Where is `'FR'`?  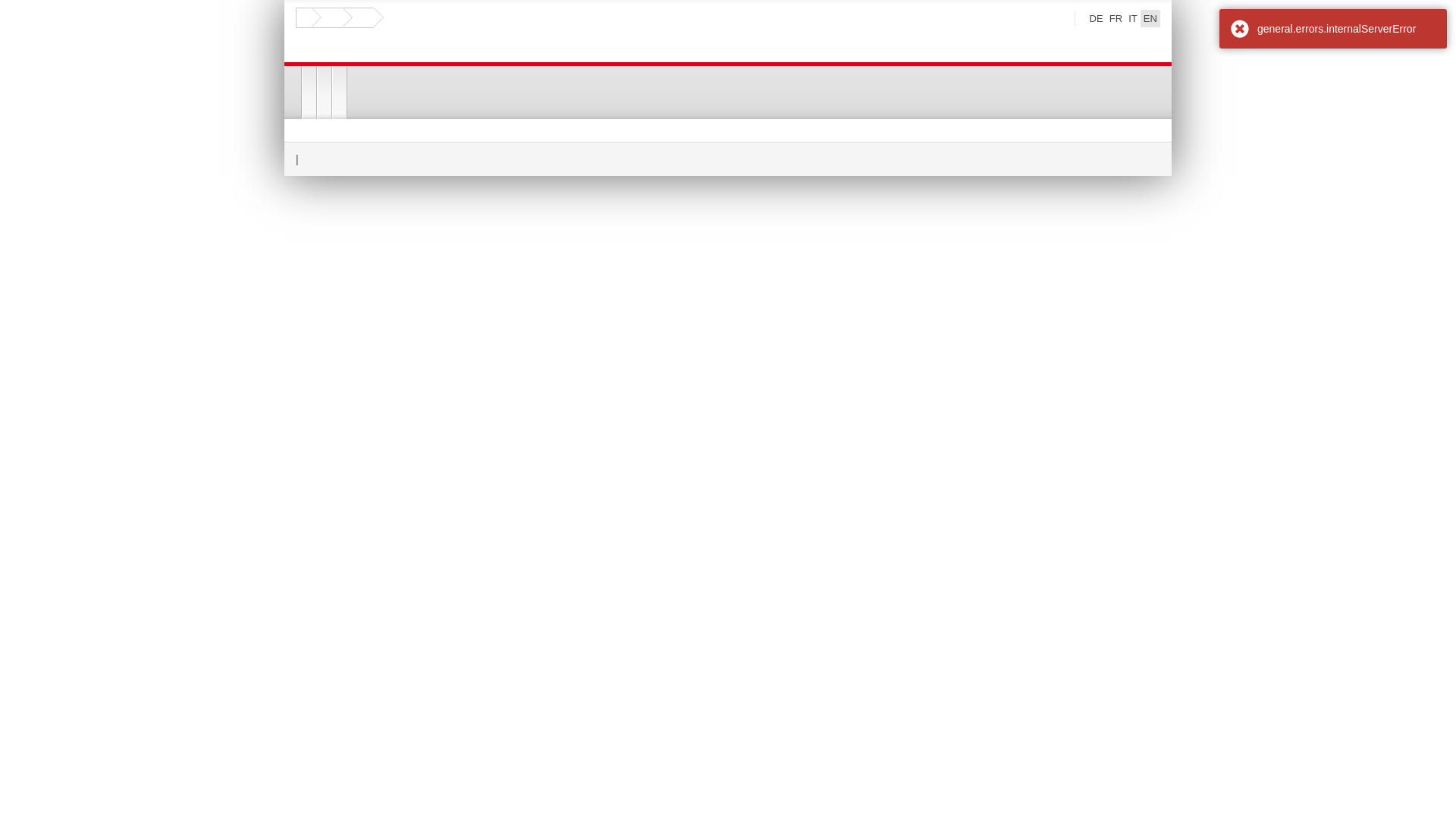 'FR' is located at coordinates (1106, 18).